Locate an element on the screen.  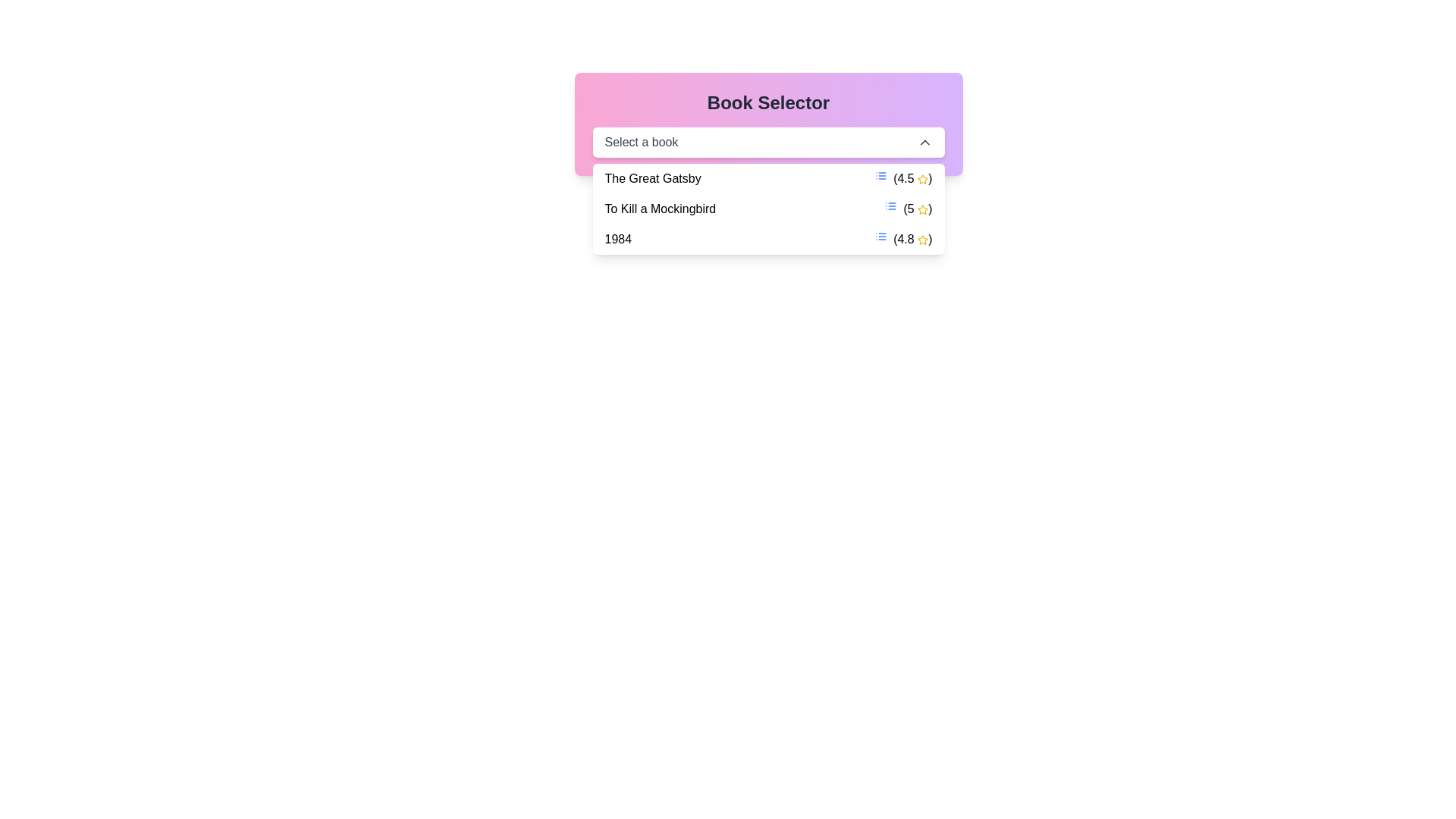
the rating display element for the book '1984' located in the third row of the dropdown list under 'Book Selector' is located at coordinates (912, 239).